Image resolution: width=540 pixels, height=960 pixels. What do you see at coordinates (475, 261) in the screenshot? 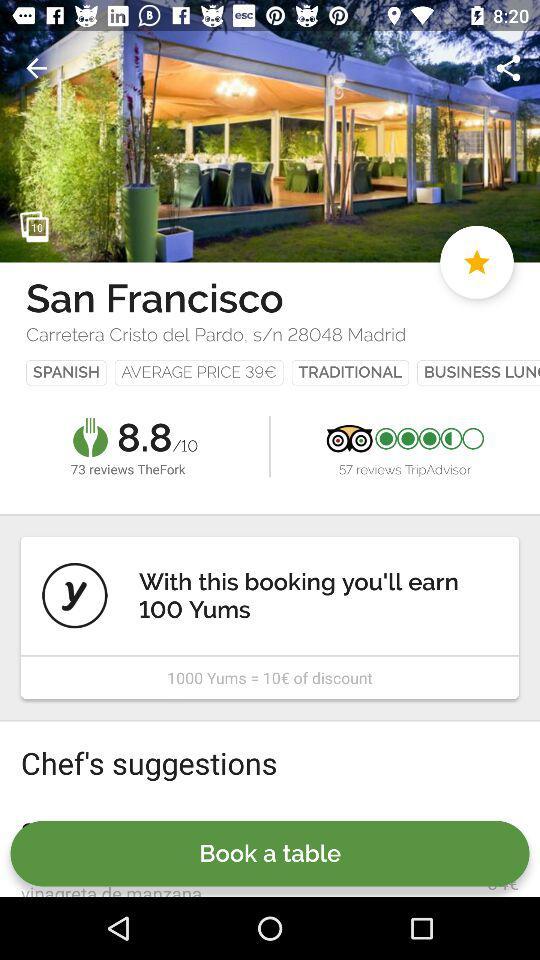
I see `the star icon` at bounding box center [475, 261].